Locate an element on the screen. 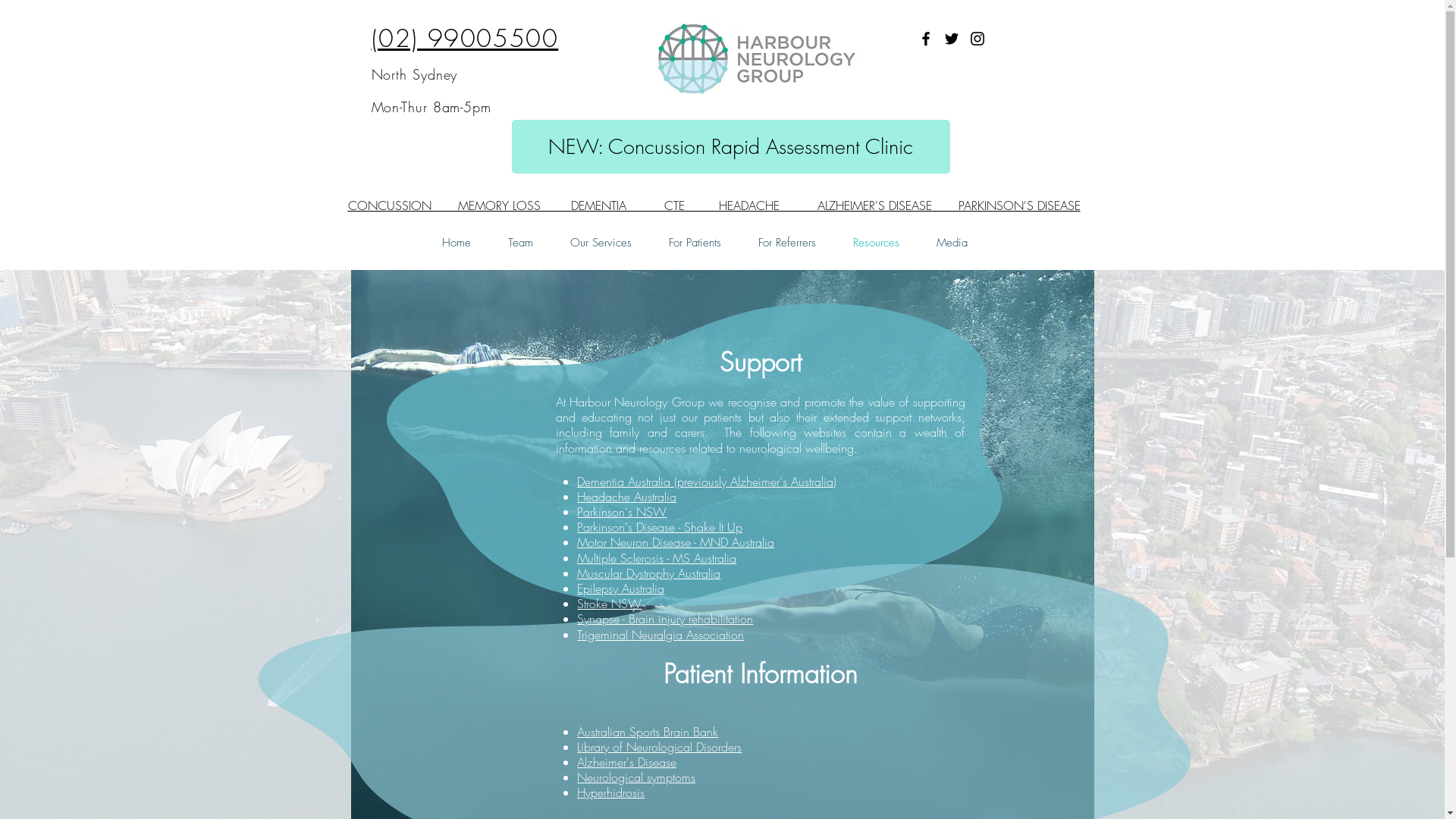 This screenshot has height=819, width=1456. 'Motor Neuron Disease - MND Australia' is located at coordinates (675, 541).